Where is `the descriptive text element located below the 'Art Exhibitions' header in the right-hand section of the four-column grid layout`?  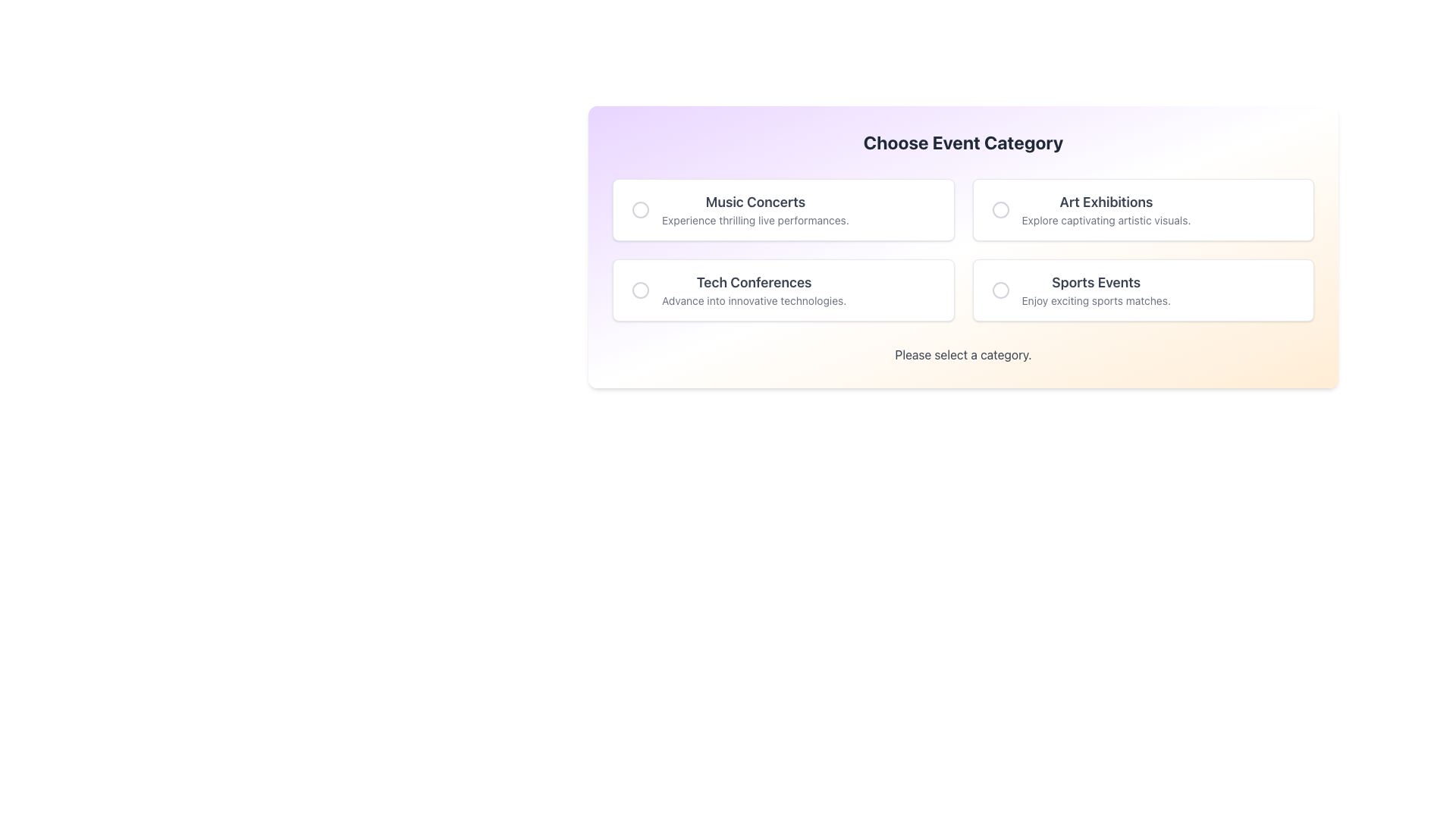 the descriptive text element located below the 'Art Exhibitions' header in the right-hand section of the four-column grid layout is located at coordinates (1106, 220).